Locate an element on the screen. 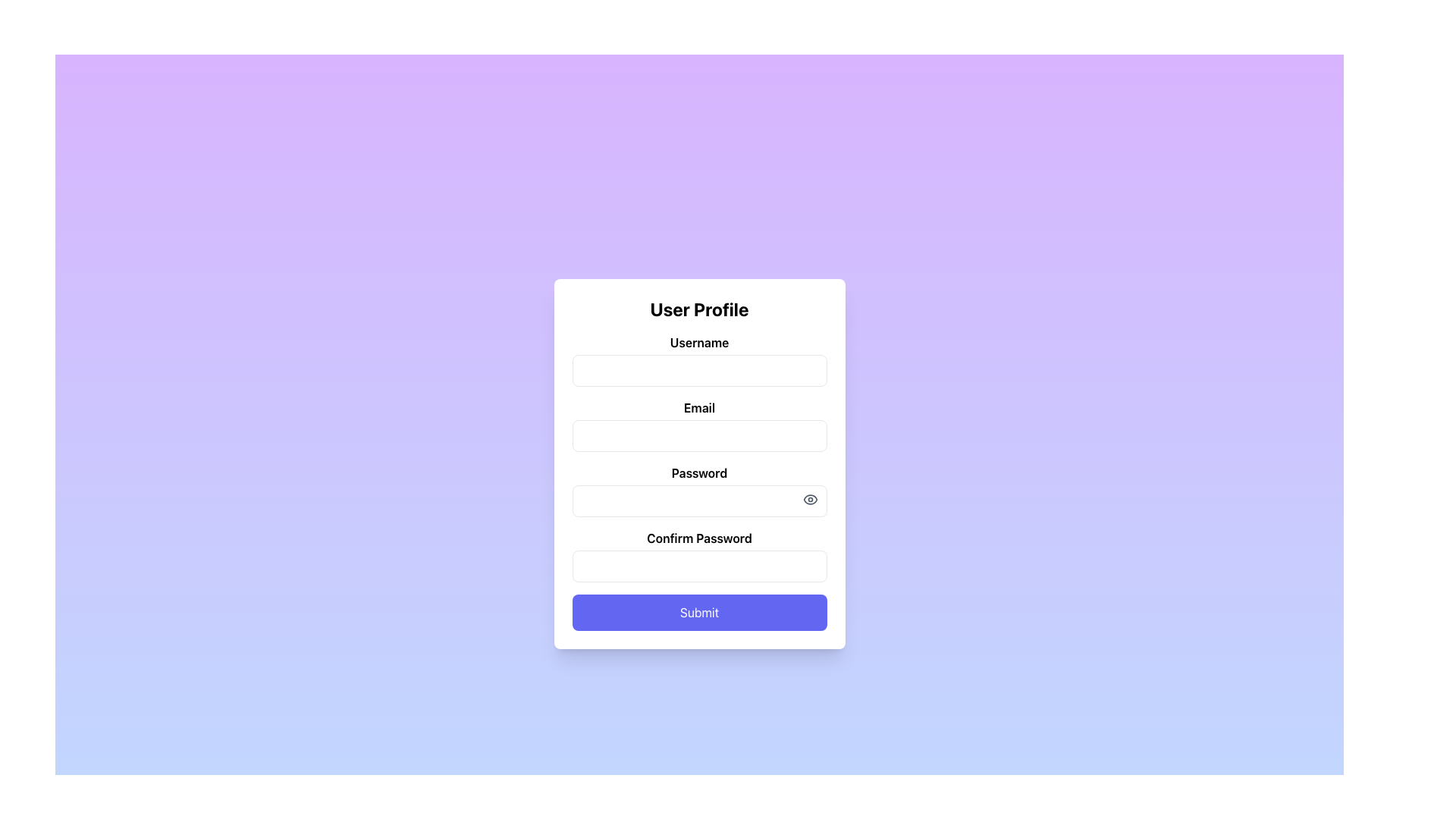 This screenshot has height=819, width=1456. the username input field to focus, which is the first entry in the 'User Profile' form located above the 'Email' input field is located at coordinates (698, 359).